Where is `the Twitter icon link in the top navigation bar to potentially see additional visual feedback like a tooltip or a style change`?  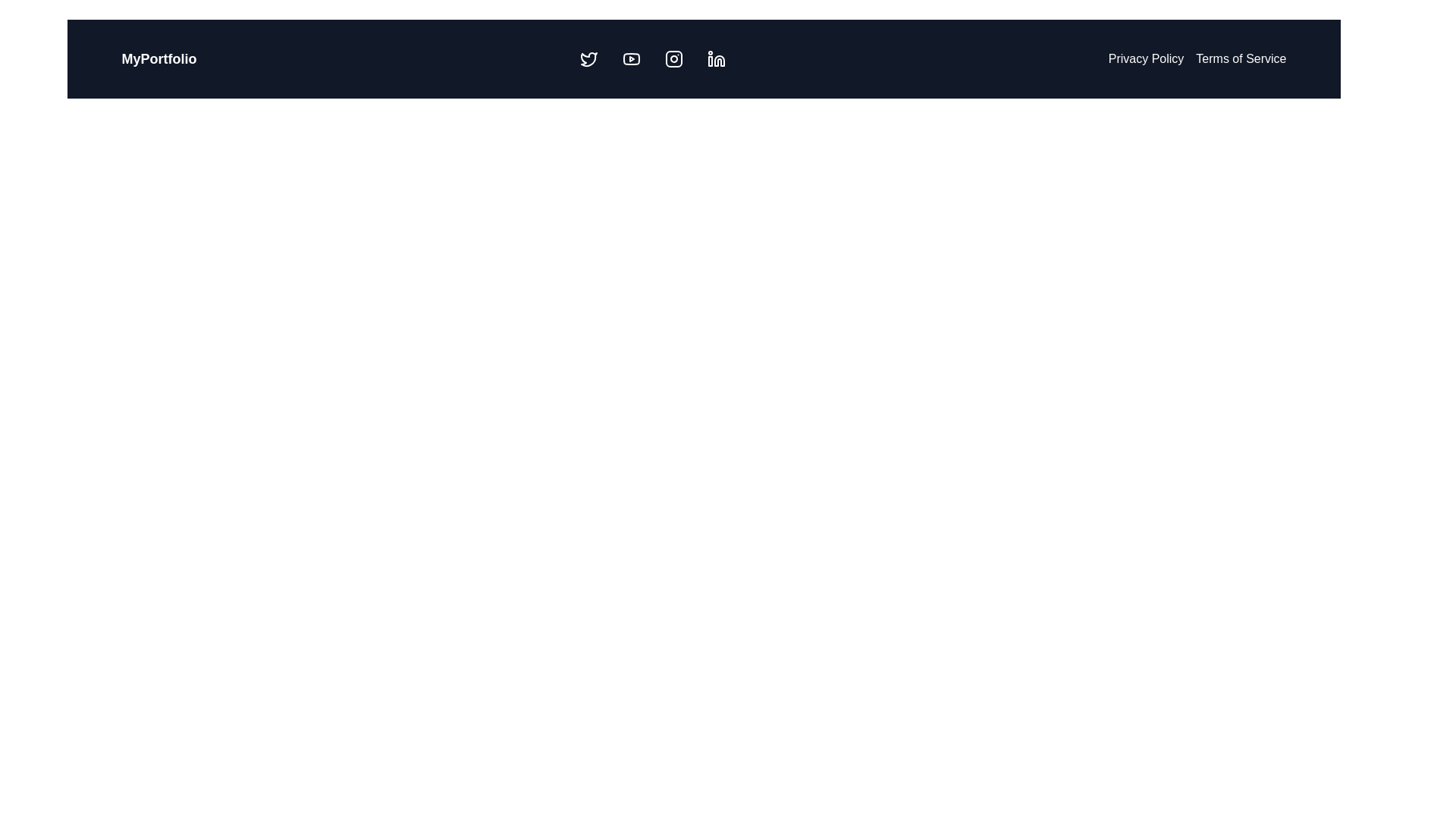
the Twitter icon link in the top navigation bar to potentially see additional visual feedback like a tooltip or a style change is located at coordinates (588, 58).